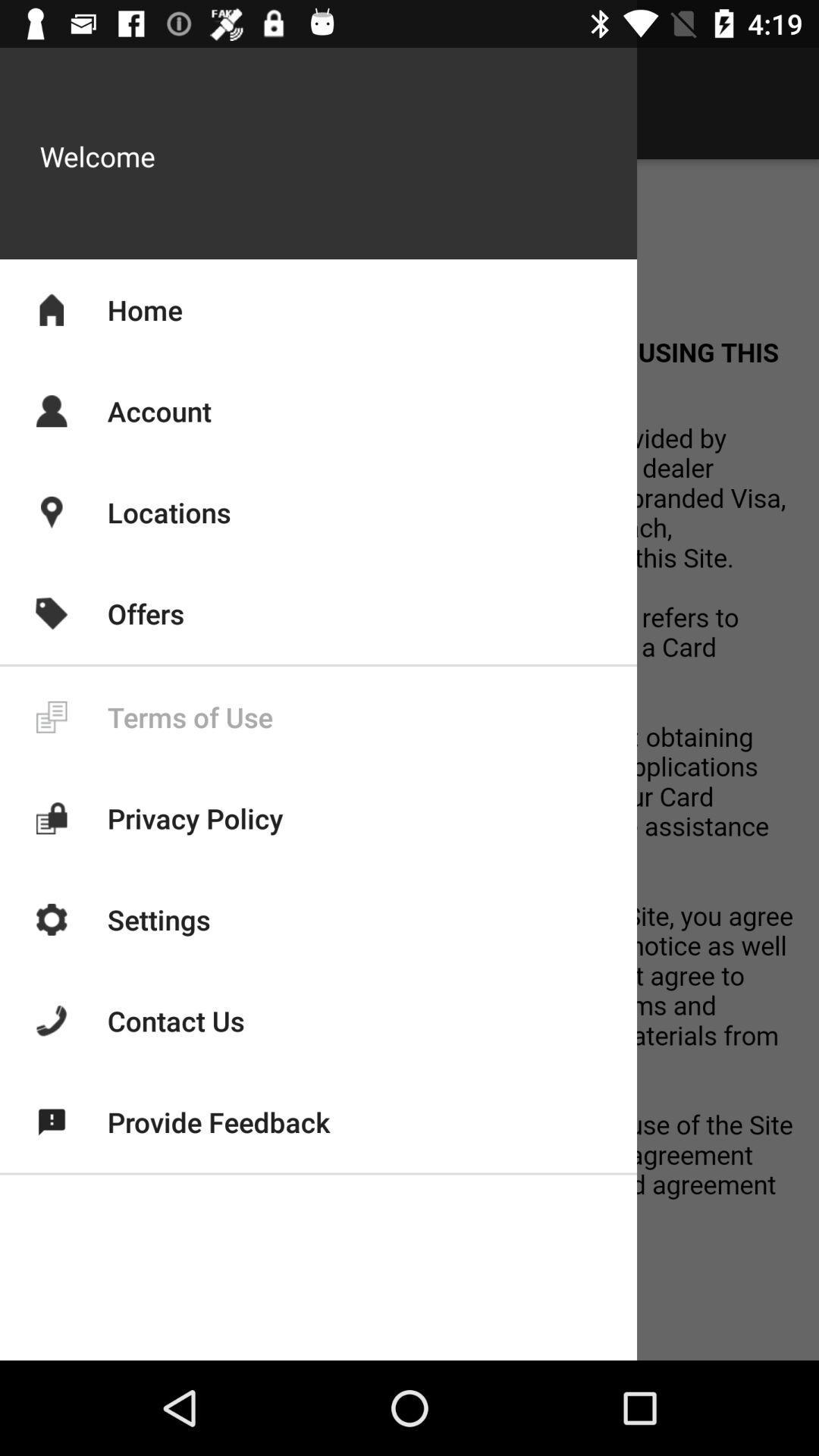 This screenshot has height=1456, width=819. I want to click on the home icon, so click(51, 309).